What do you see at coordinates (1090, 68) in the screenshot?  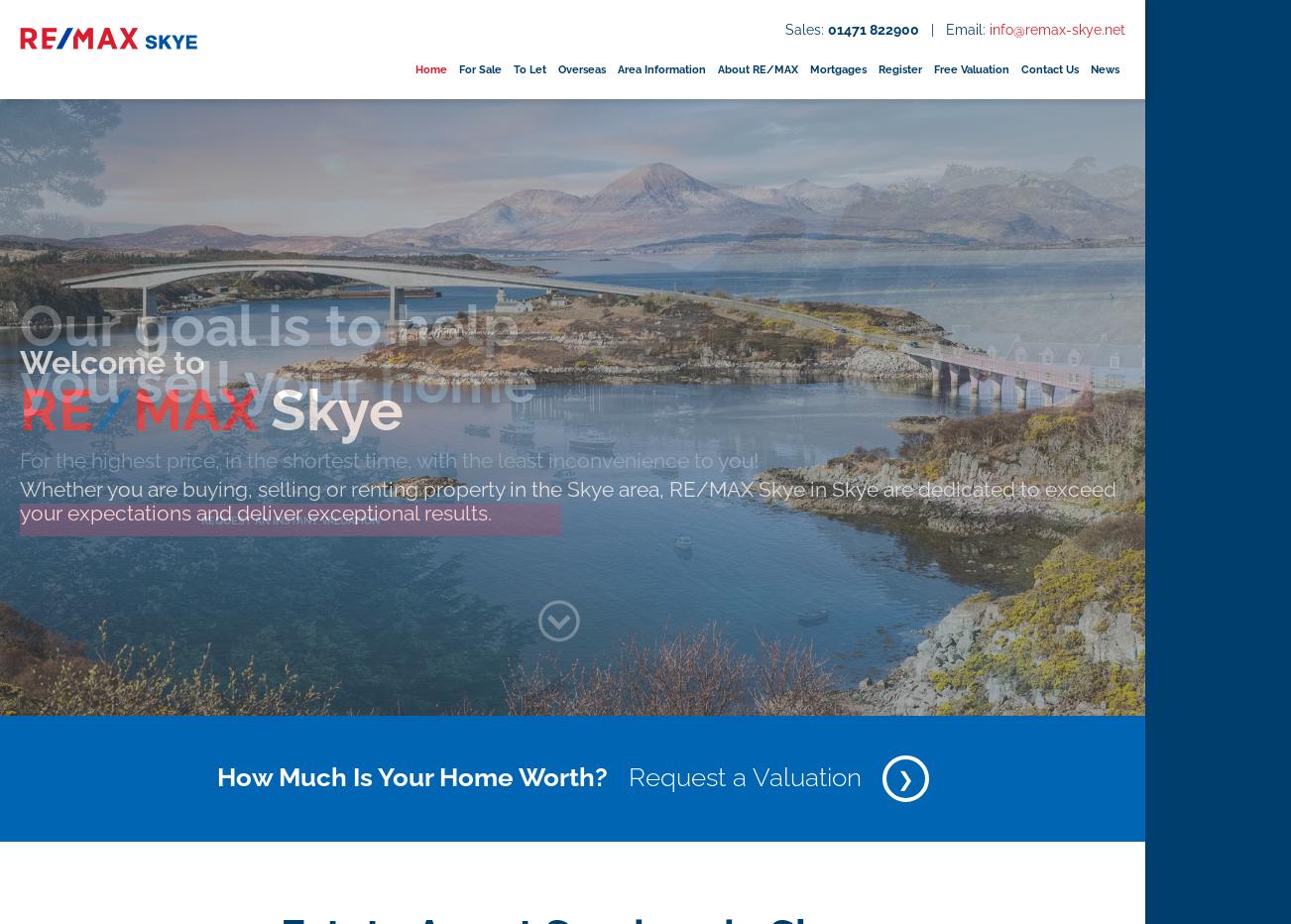 I see `'News'` at bounding box center [1090, 68].